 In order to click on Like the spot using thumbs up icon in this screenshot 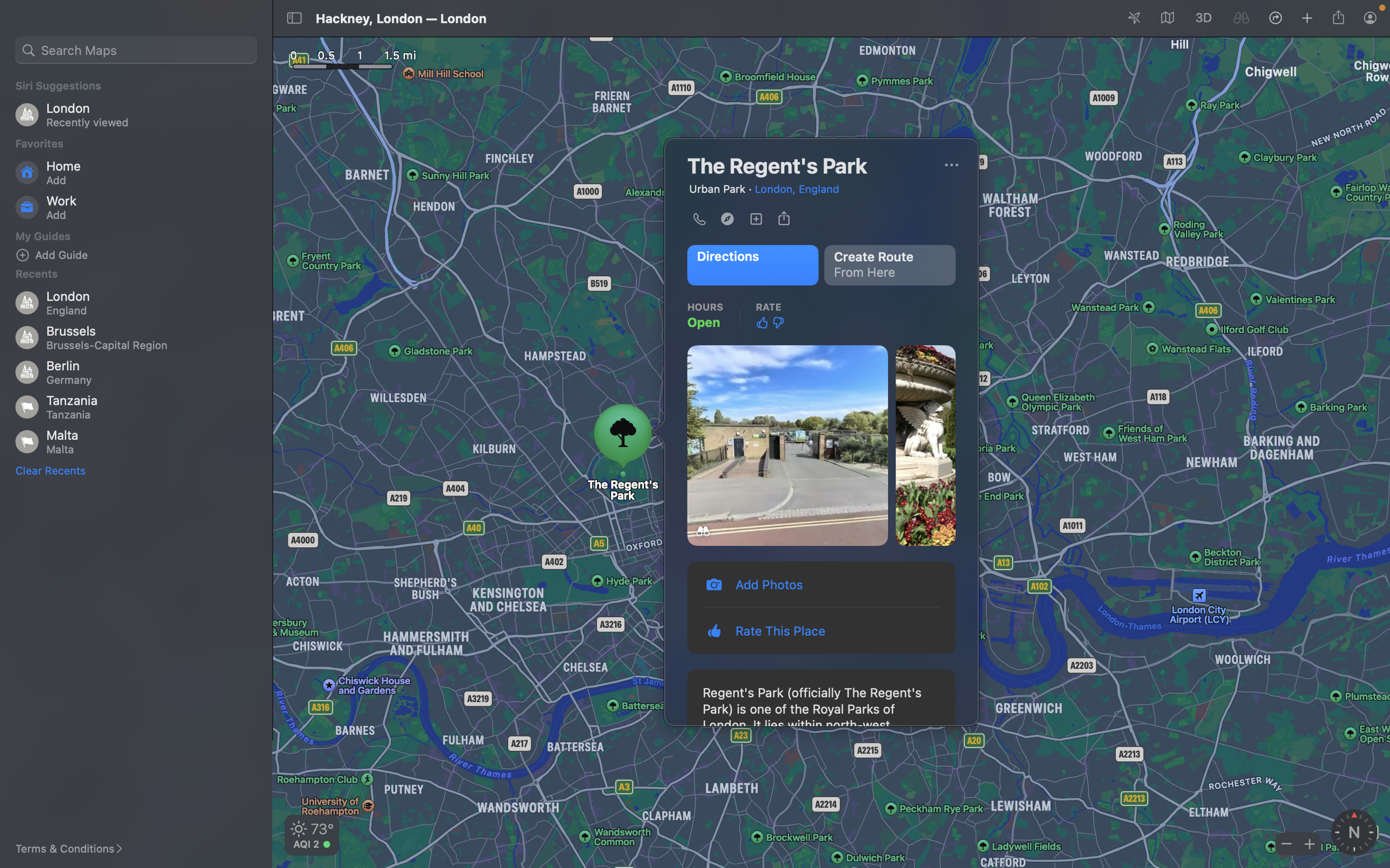, I will do `click(762, 322)`.